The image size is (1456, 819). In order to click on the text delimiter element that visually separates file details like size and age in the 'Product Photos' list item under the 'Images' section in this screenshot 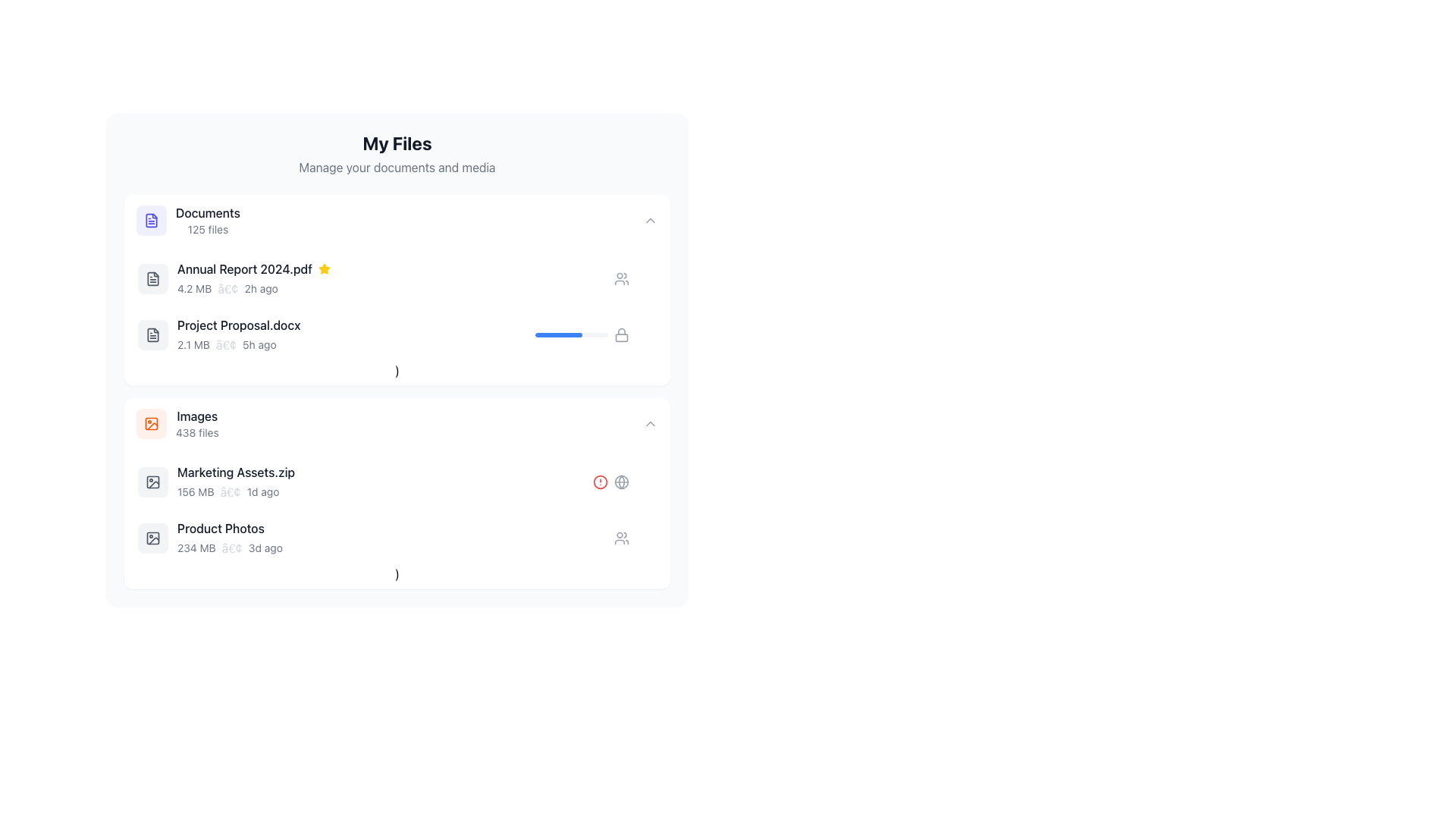, I will do `click(231, 548)`.